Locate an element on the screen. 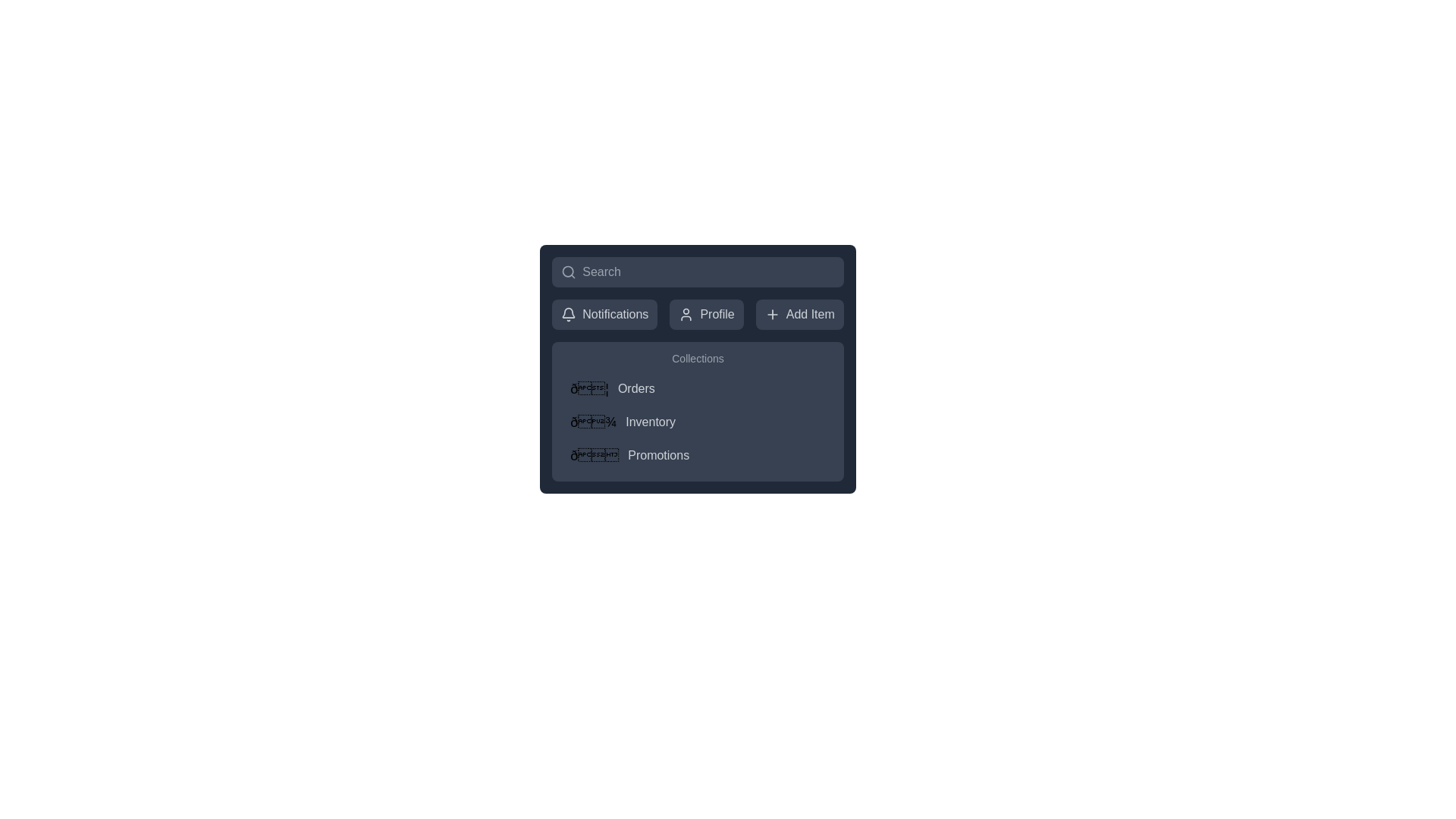 This screenshot has width=1456, height=819. the 'Profile' button, which is a rounded rectangle with a dark gray background, positioned between the 'Notifications' and 'Add Item' buttons is located at coordinates (705, 314).